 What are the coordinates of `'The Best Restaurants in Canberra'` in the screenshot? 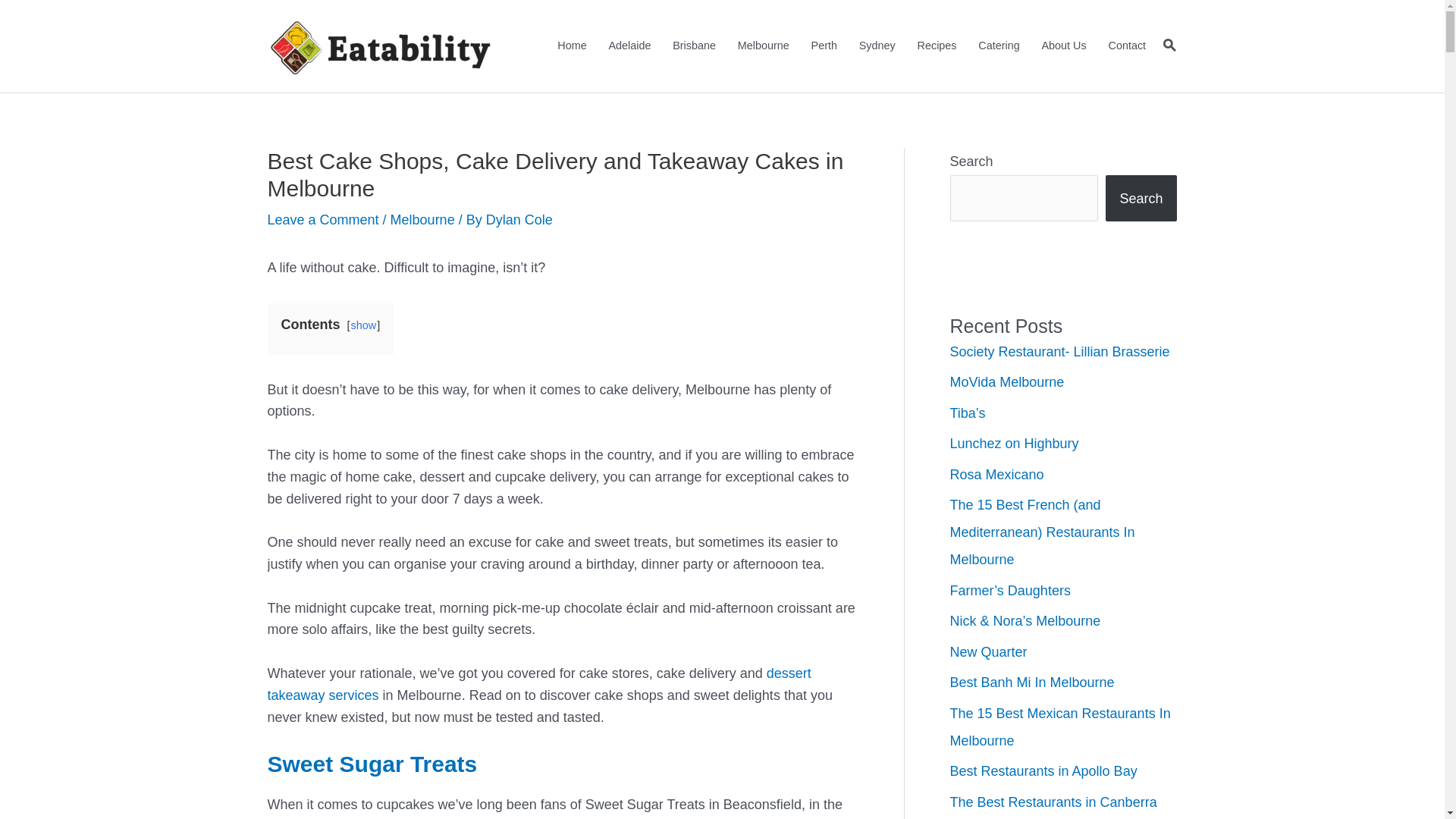 It's located at (1052, 801).